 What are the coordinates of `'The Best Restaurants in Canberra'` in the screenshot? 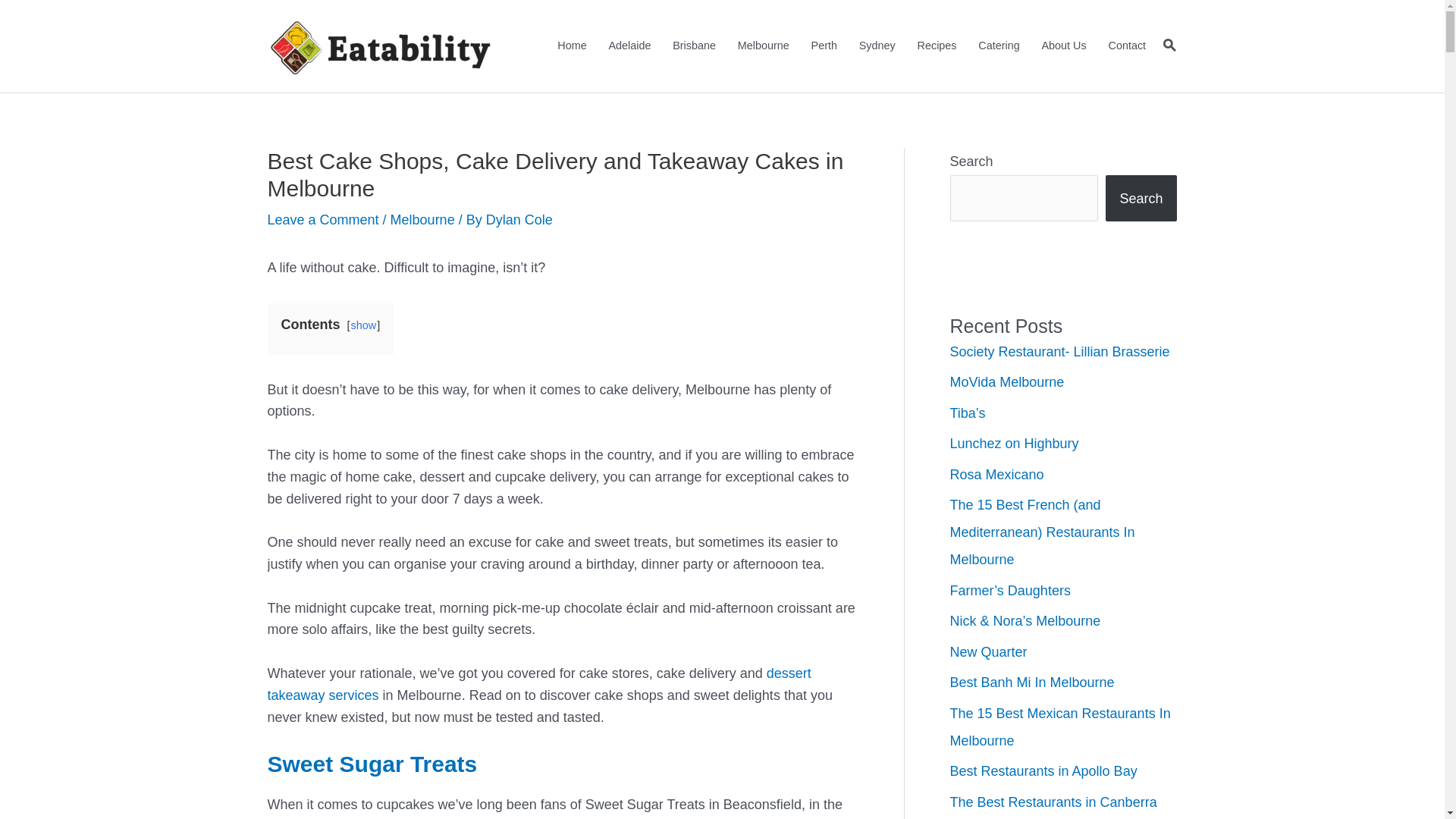 It's located at (1052, 801).